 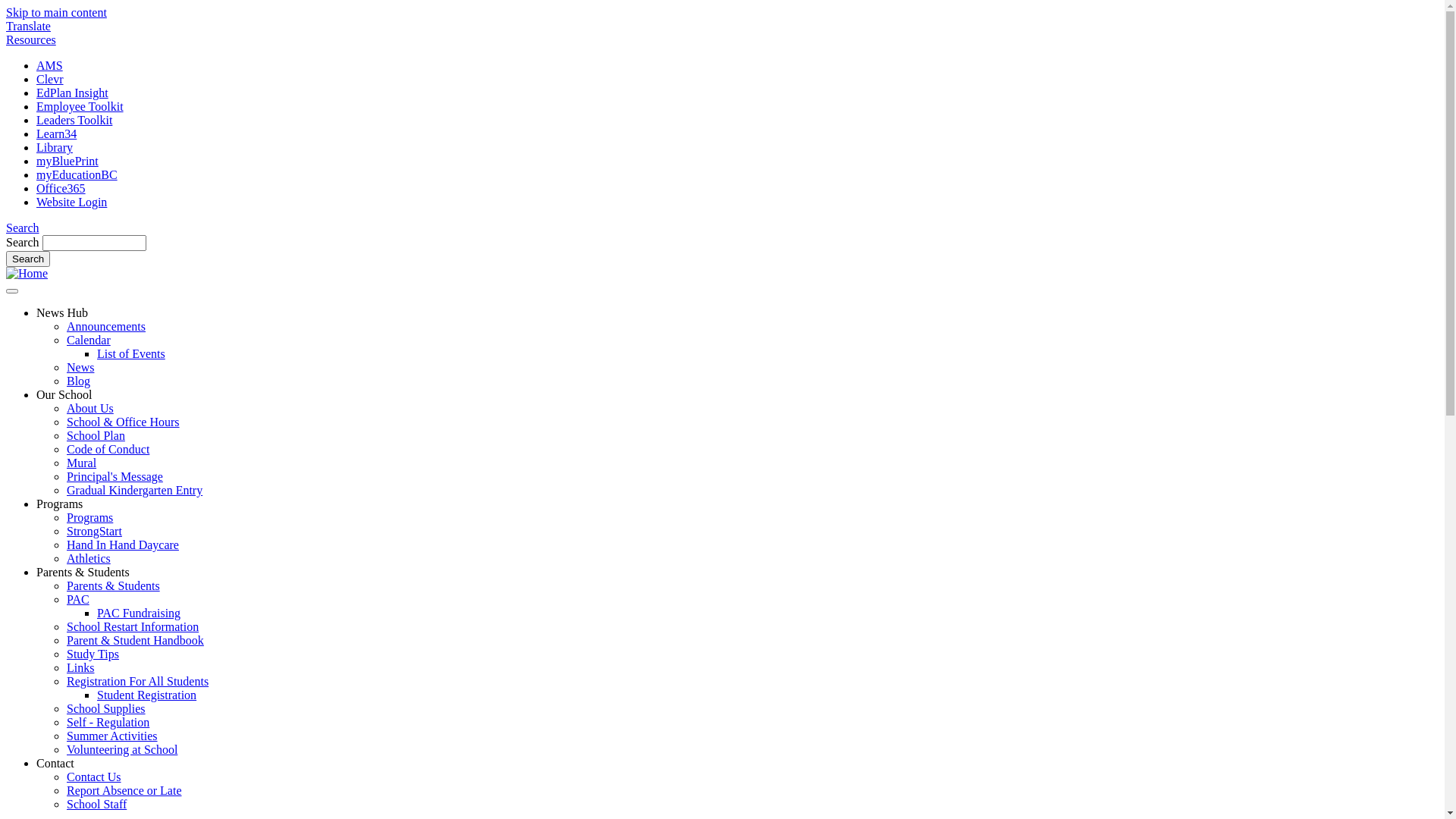 I want to click on 'Programs', so click(x=89, y=516).